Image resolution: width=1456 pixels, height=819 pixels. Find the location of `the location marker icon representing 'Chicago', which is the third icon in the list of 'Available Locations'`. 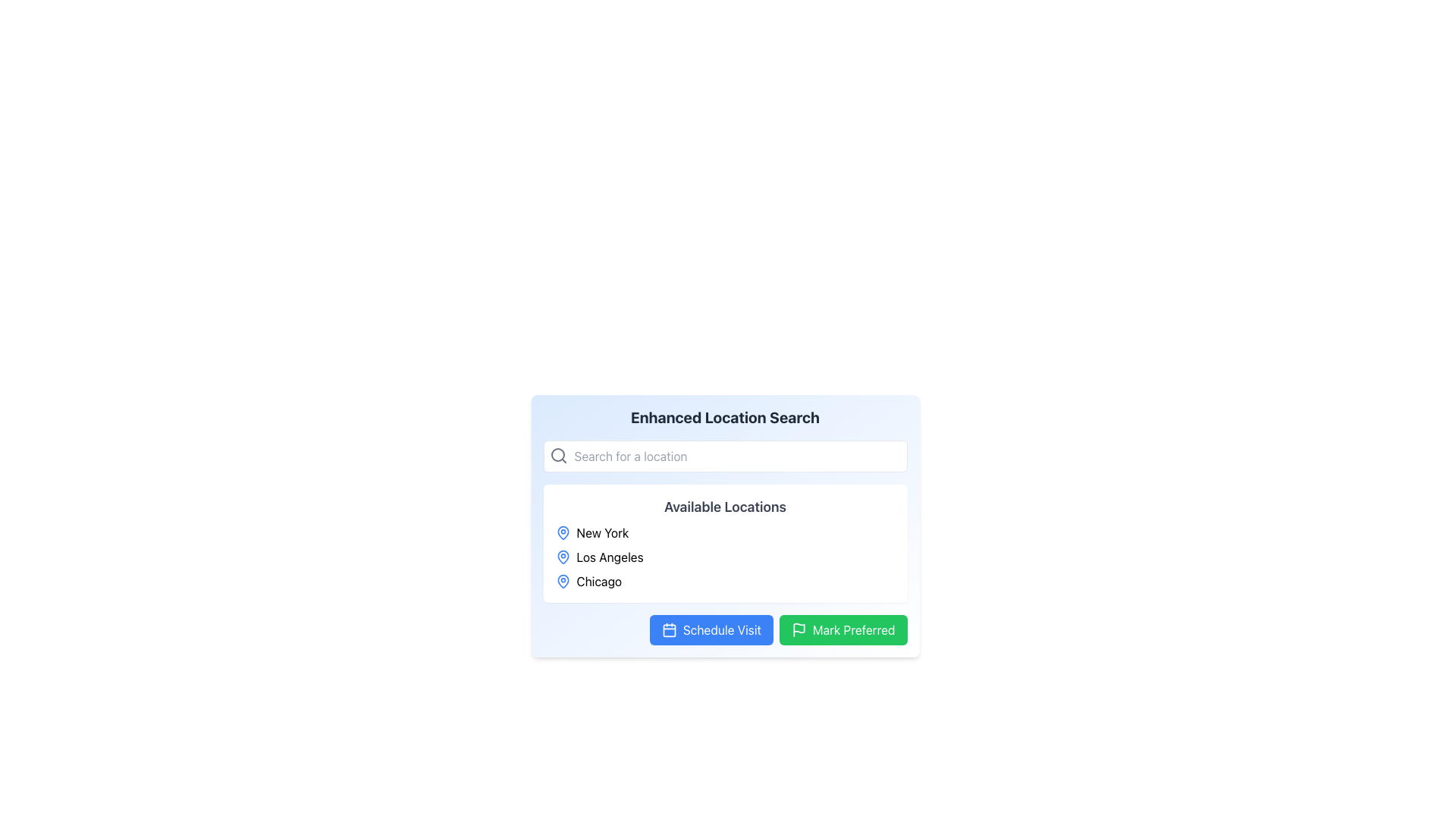

the location marker icon representing 'Chicago', which is the third icon in the list of 'Available Locations' is located at coordinates (562, 581).